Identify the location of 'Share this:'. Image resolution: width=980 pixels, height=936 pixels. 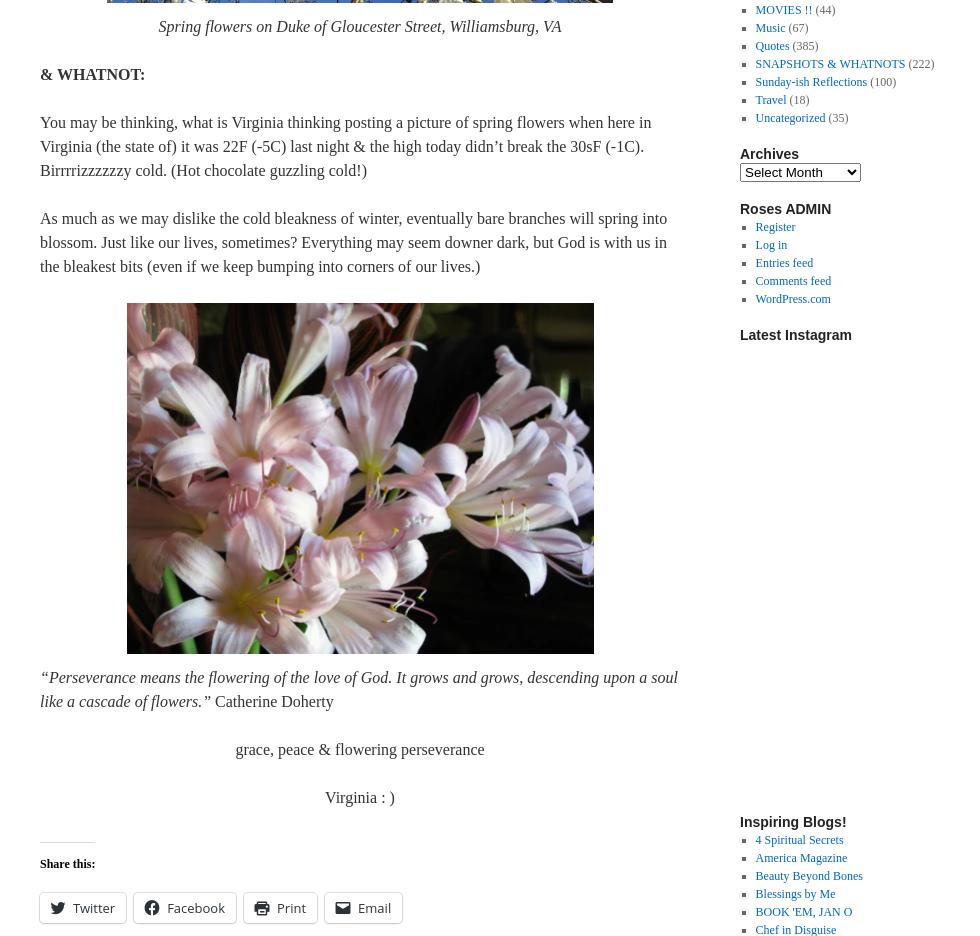
(67, 863).